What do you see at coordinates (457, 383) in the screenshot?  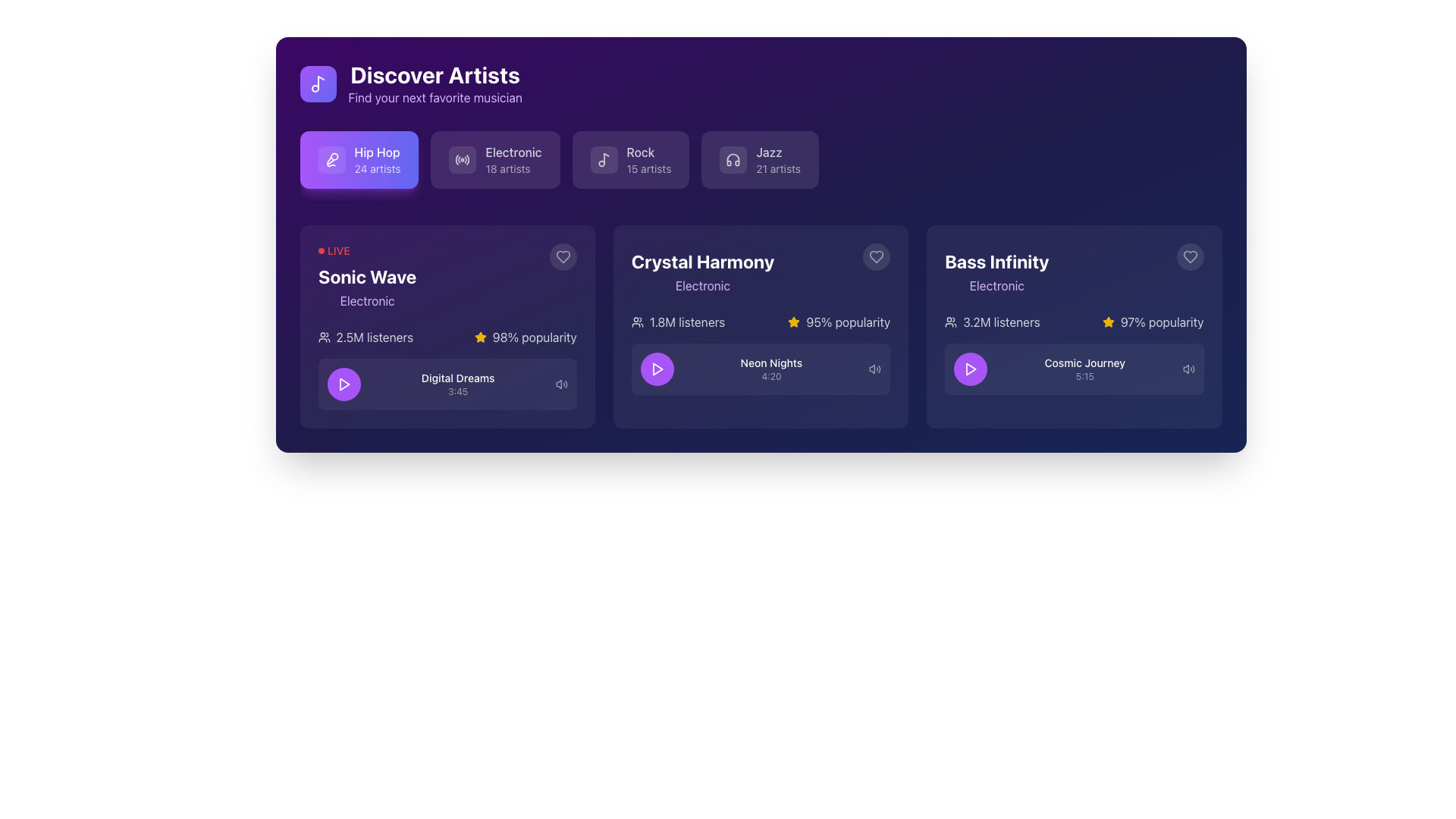 I see `the label that displays the title and duration of the song or audio track, located in the lower section of the 'Sonic Wave' card, centrally under the 'LIVE' indicator and above the purple play button` at bounding box center [457, 383].